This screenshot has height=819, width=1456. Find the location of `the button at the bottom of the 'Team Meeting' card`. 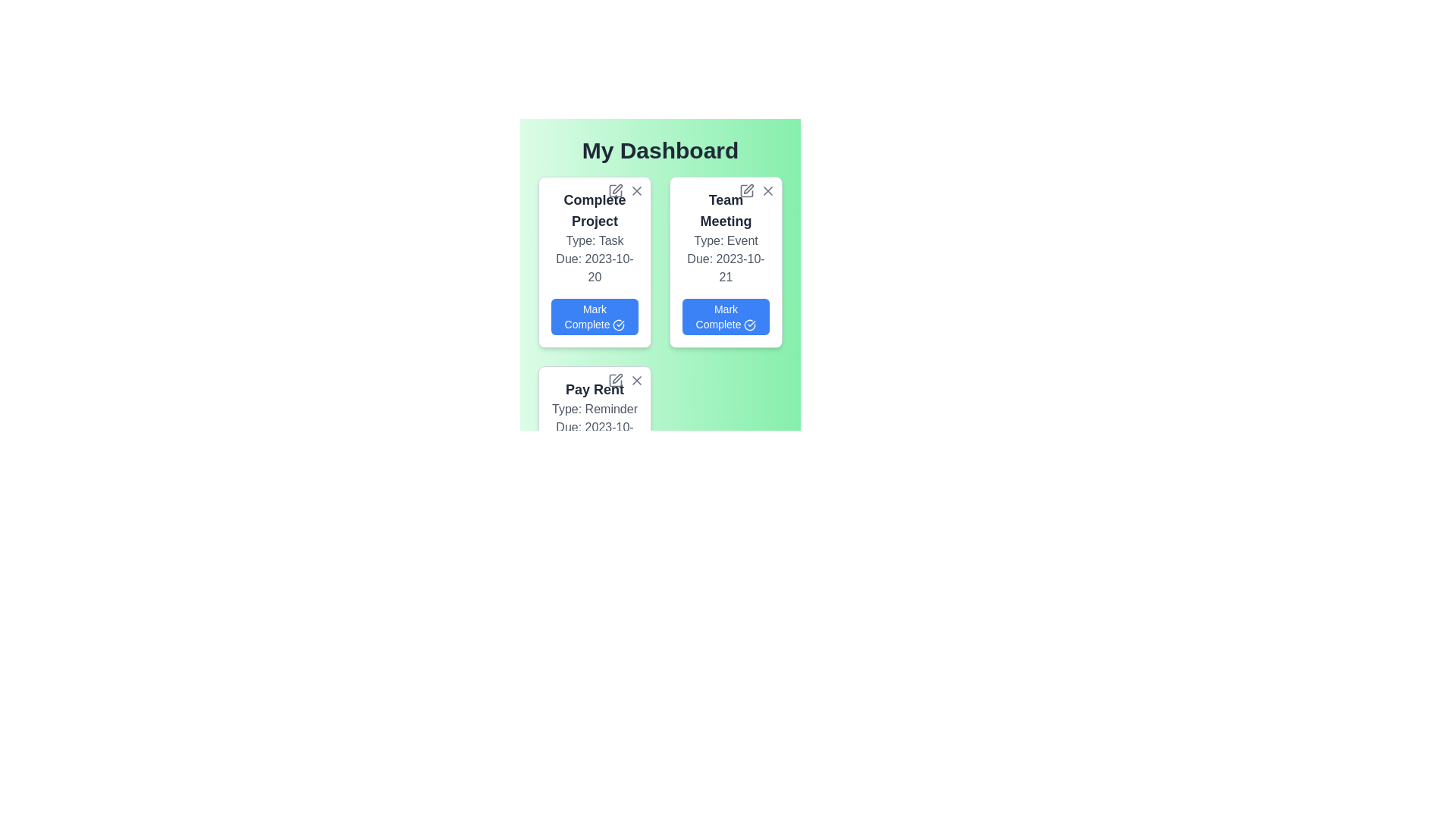

the button at the bottom of the 'Team Meeting' card is located at coordinates (725, 315).